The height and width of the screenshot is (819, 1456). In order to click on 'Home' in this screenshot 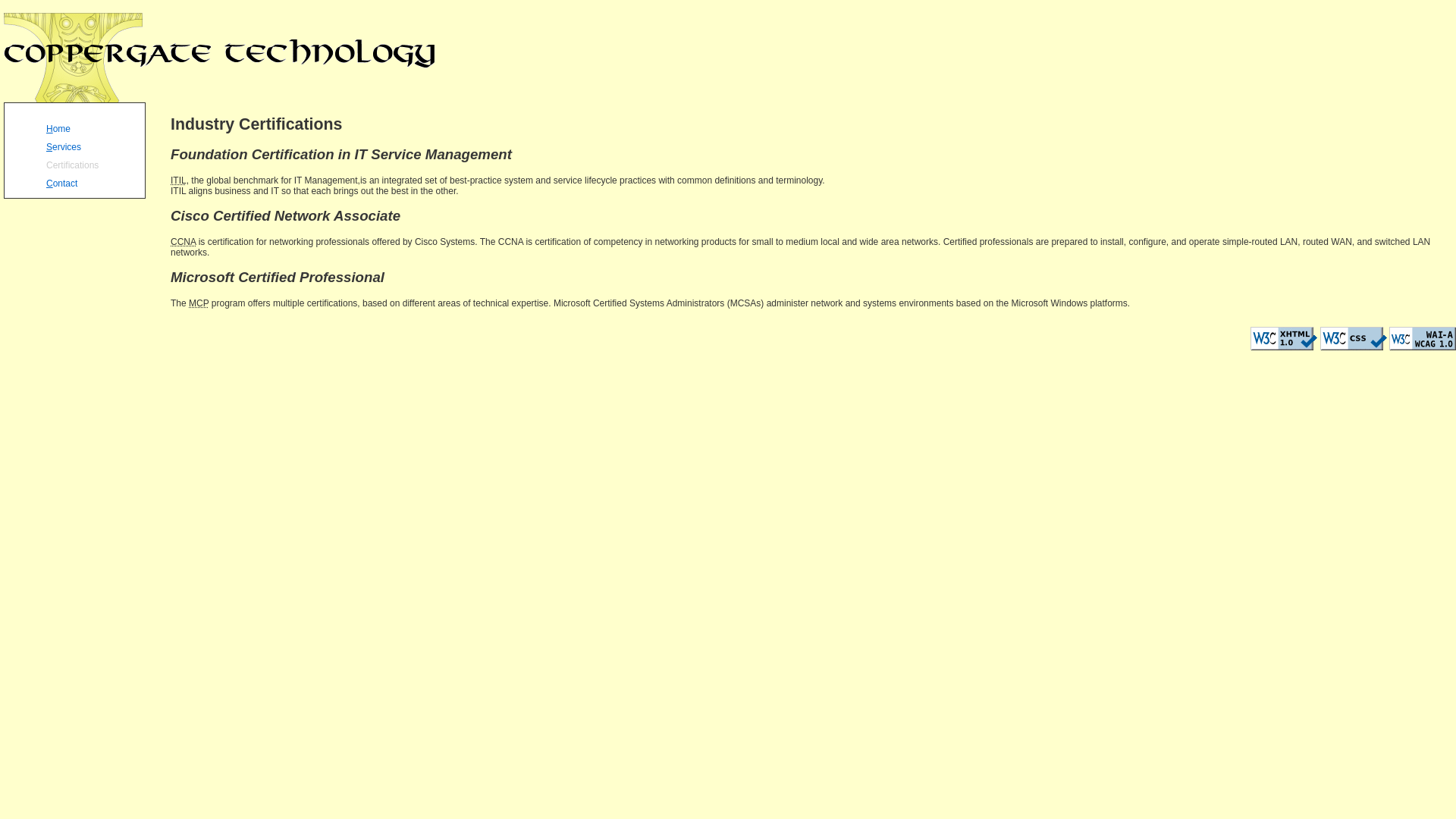, I will do `click(93, 126)`.